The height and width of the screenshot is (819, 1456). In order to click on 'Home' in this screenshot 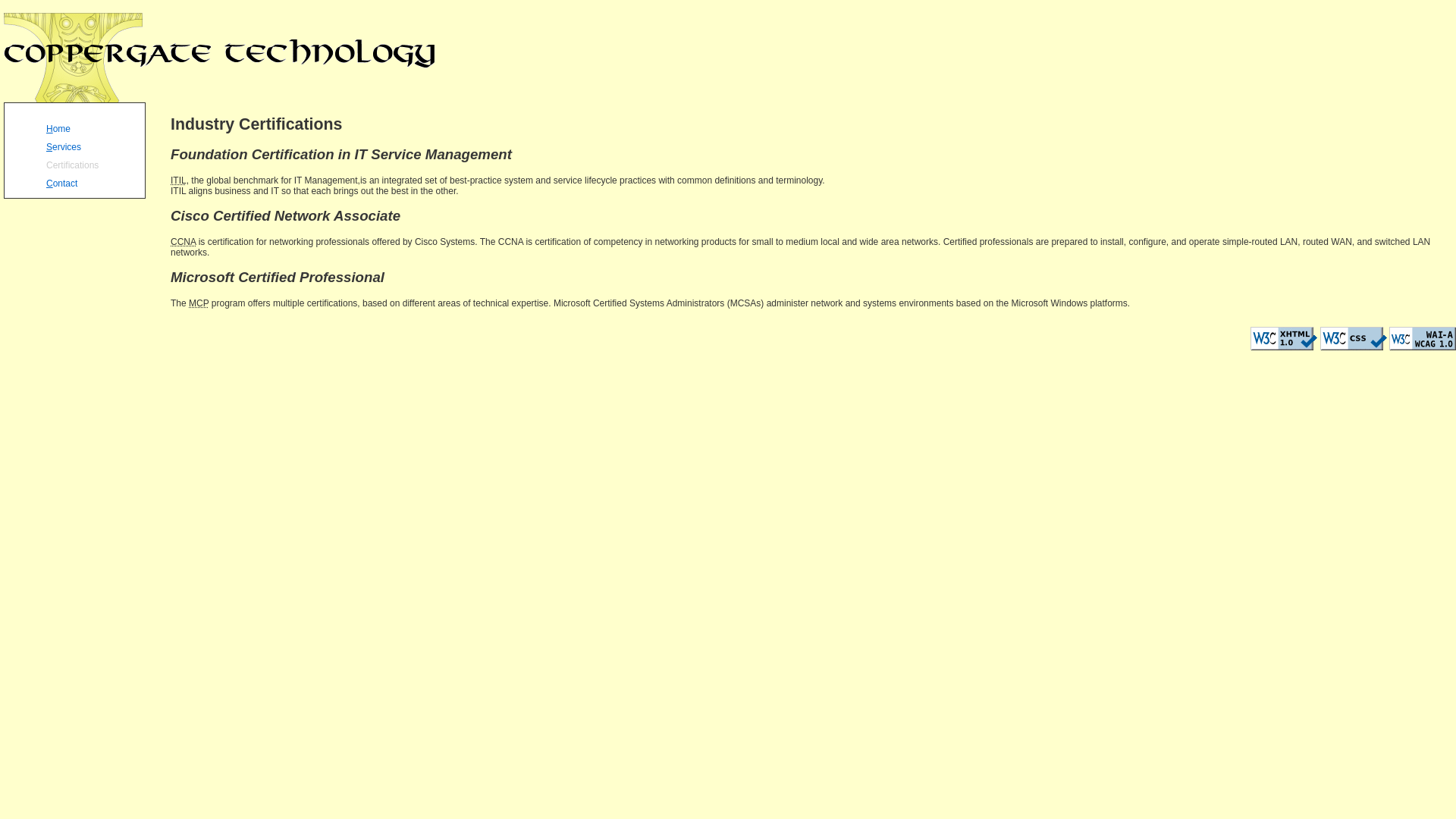, I will do `click(93, 126)`.